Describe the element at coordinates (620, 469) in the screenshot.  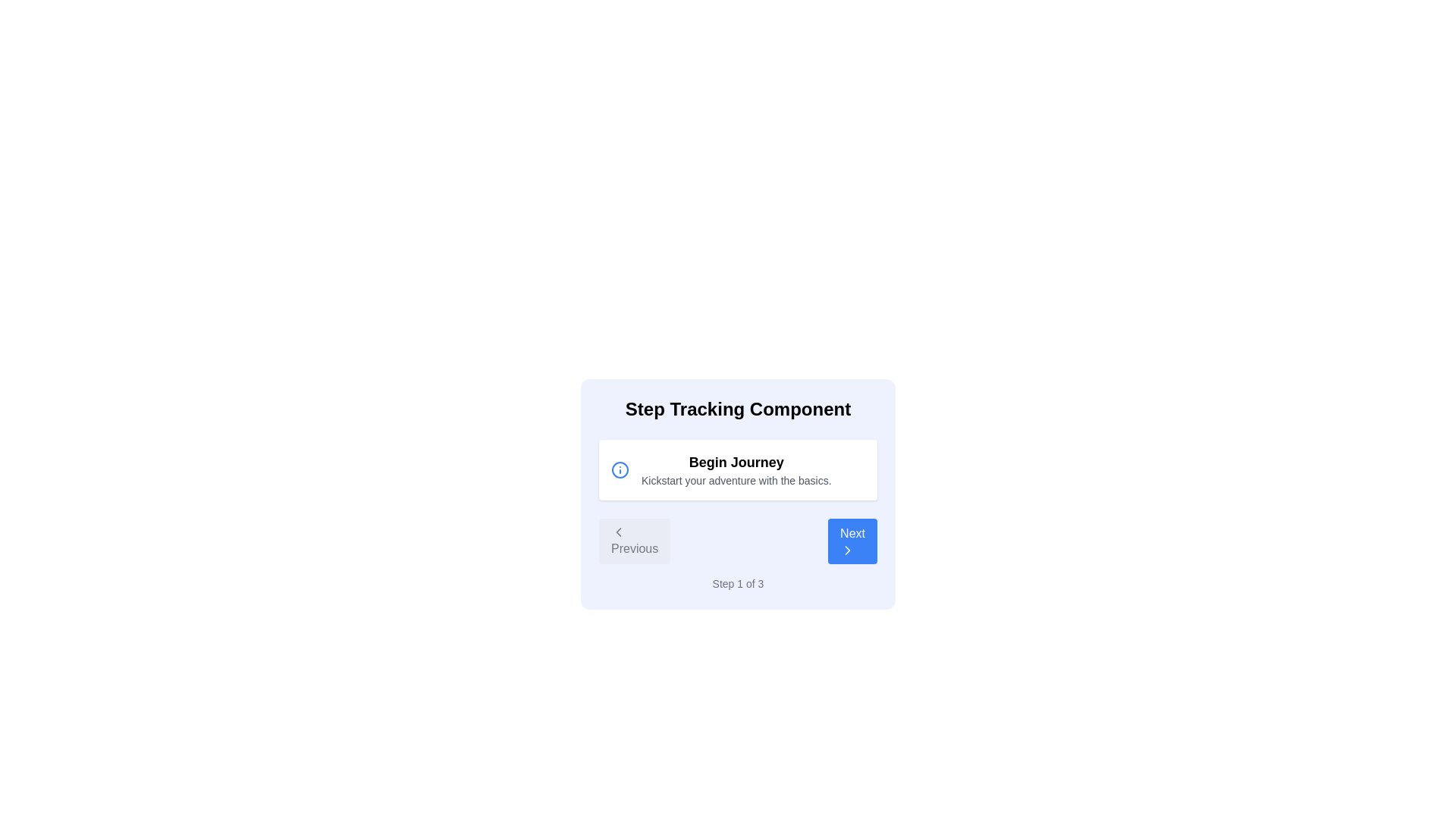
I see `the SVG circle with a blue outline that is part of the icon to the left of the text 'Begin Journey'` at that location.